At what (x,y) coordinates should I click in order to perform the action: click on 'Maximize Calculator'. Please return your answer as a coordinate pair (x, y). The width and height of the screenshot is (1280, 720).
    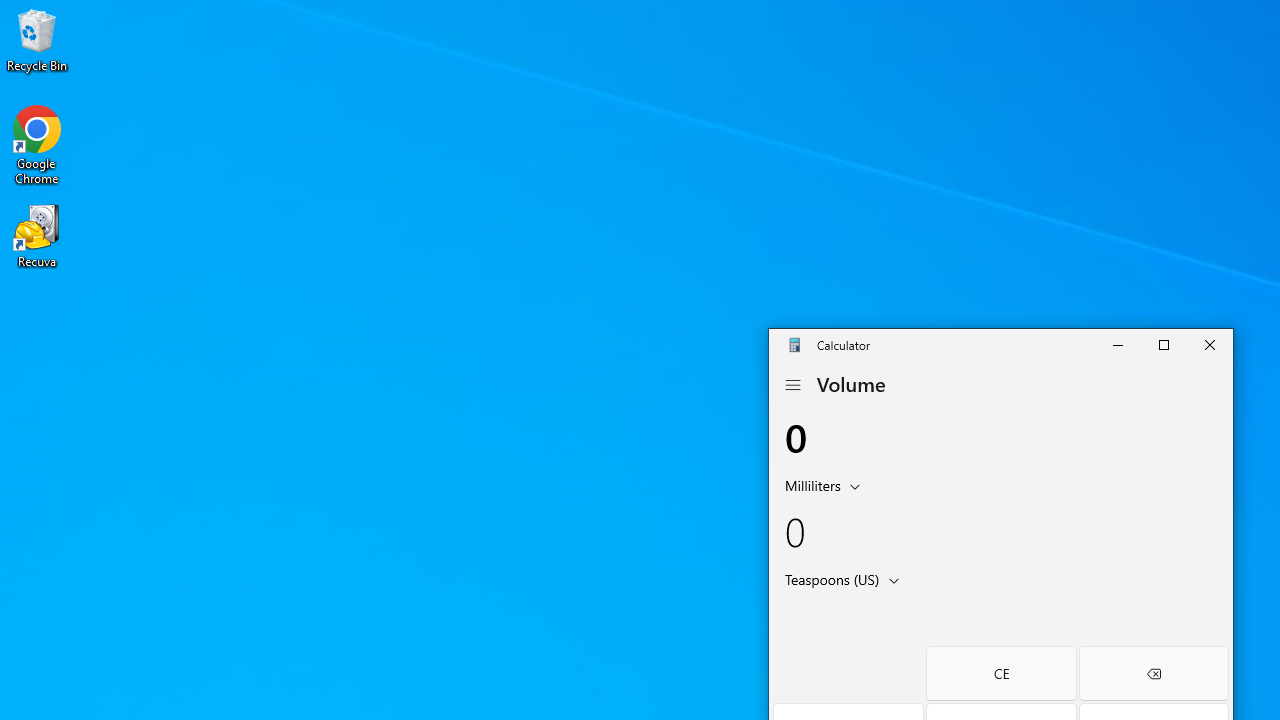
    Looking at the image, I should click on (1163, 343).